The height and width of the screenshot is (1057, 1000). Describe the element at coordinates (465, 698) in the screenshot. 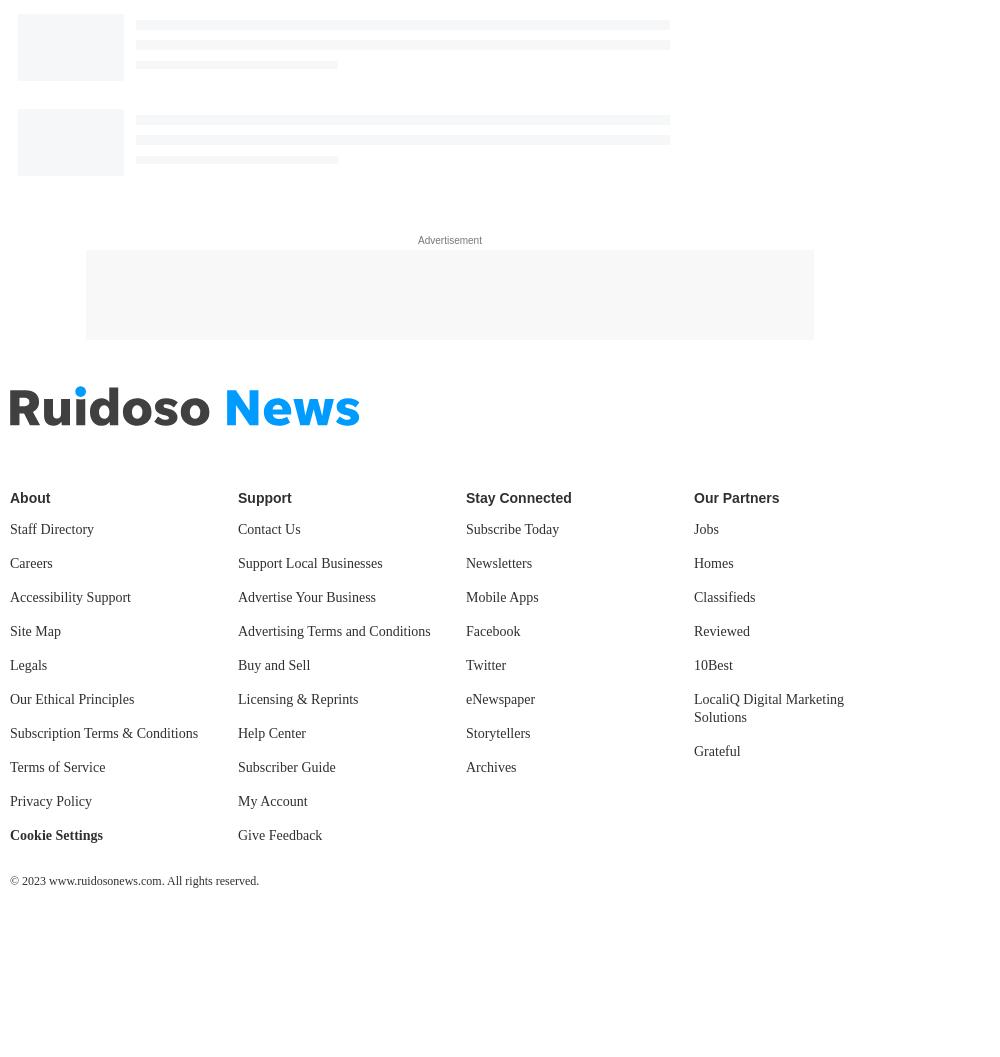

I see `'eNewspaper'` at that location.